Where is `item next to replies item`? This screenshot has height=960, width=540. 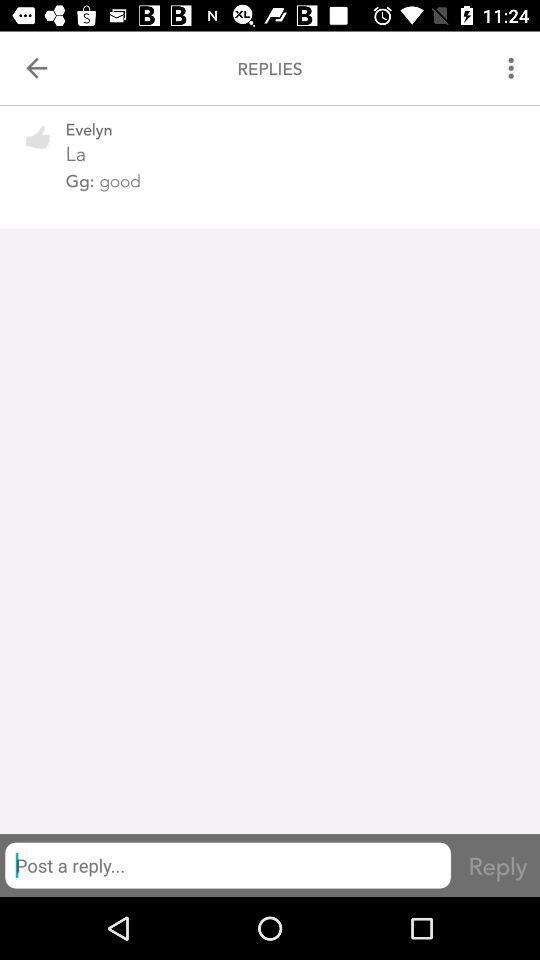 item next to replies item is located at coordinates (36, 68).